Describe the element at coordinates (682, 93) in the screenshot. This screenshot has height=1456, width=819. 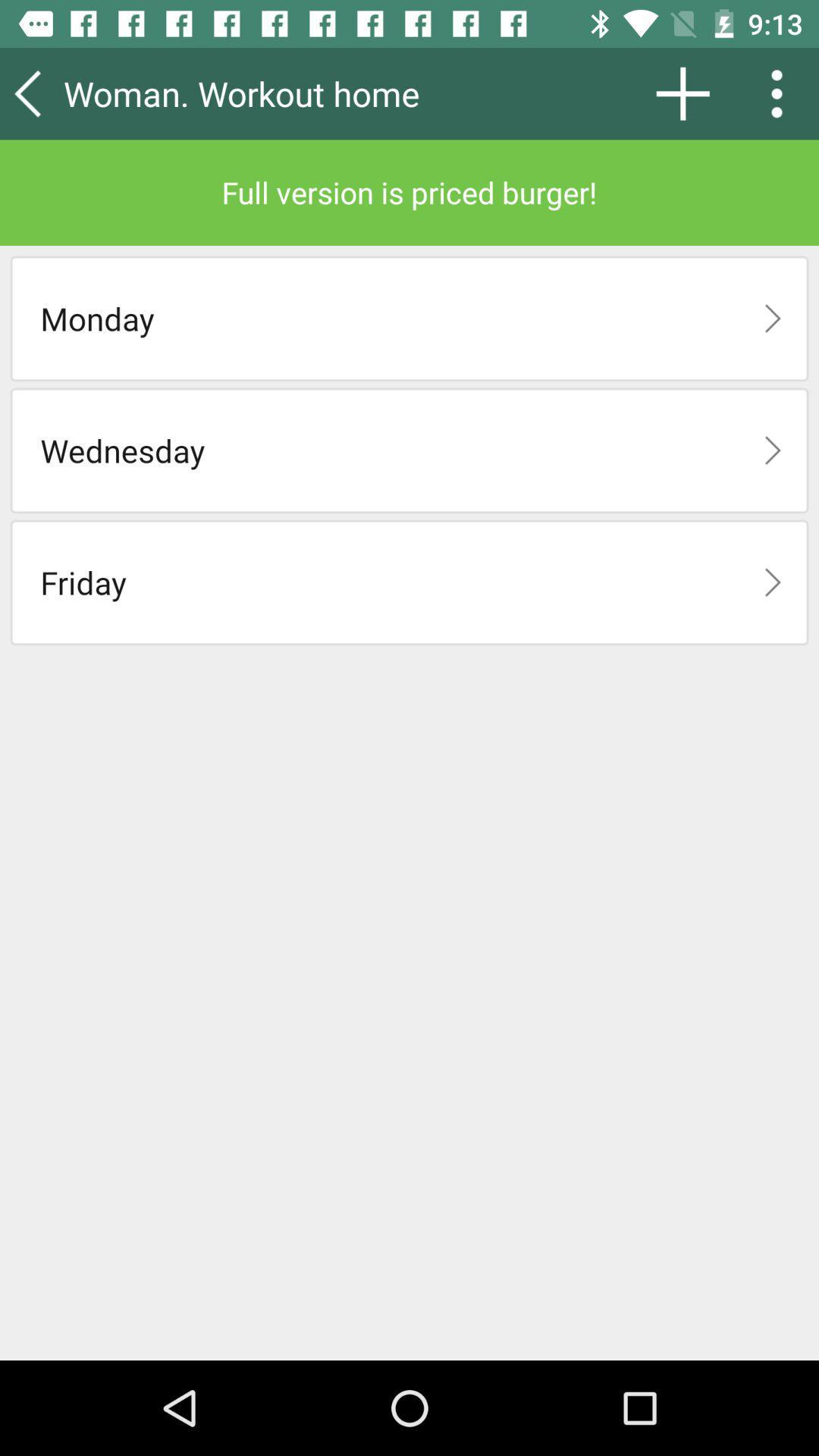
I see `item next to the woman. workout home item` at that location.